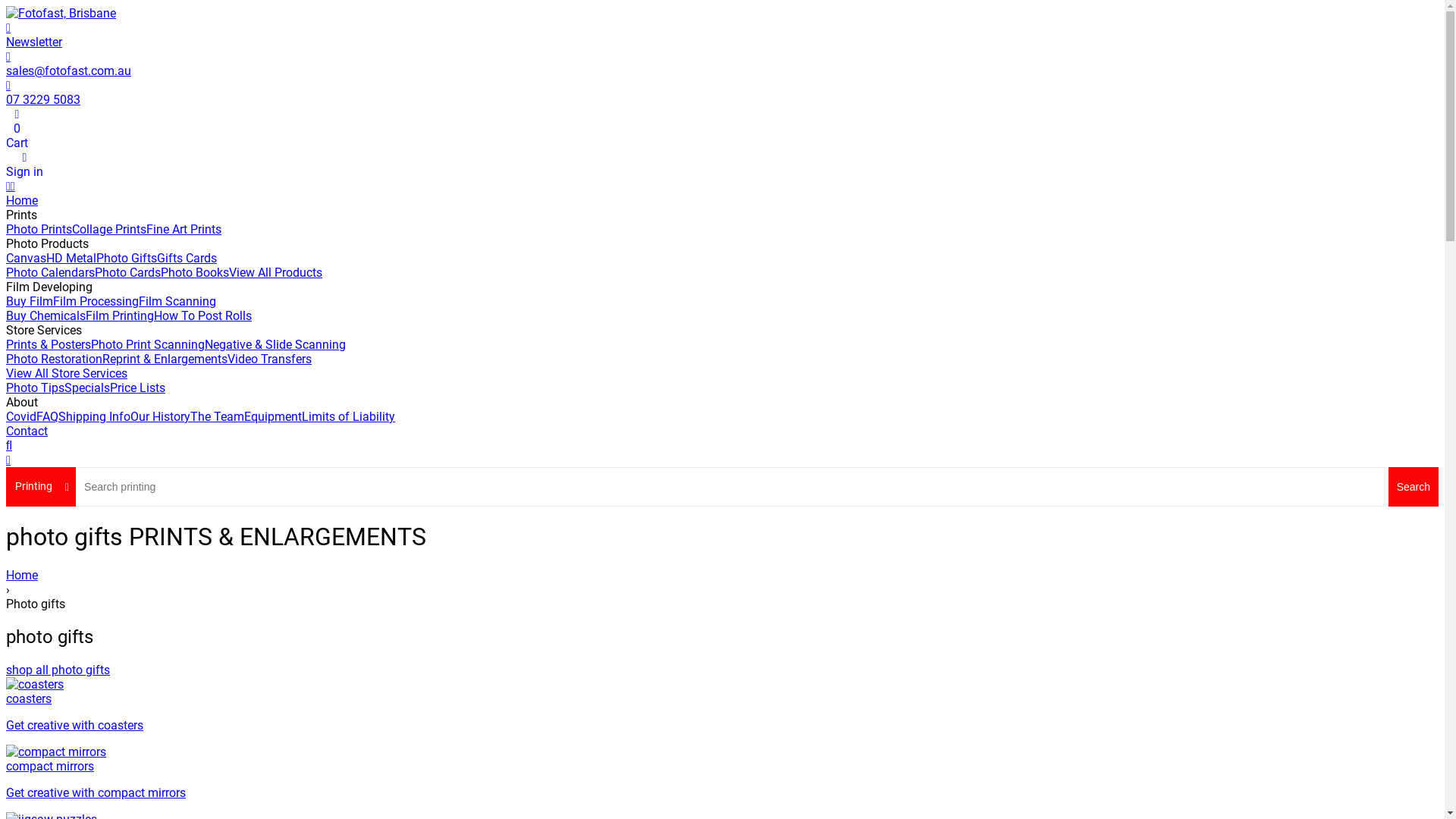  Describe the element at coordinates (119, 315) in the screenshot. I see `'Film Printing'` at that location.